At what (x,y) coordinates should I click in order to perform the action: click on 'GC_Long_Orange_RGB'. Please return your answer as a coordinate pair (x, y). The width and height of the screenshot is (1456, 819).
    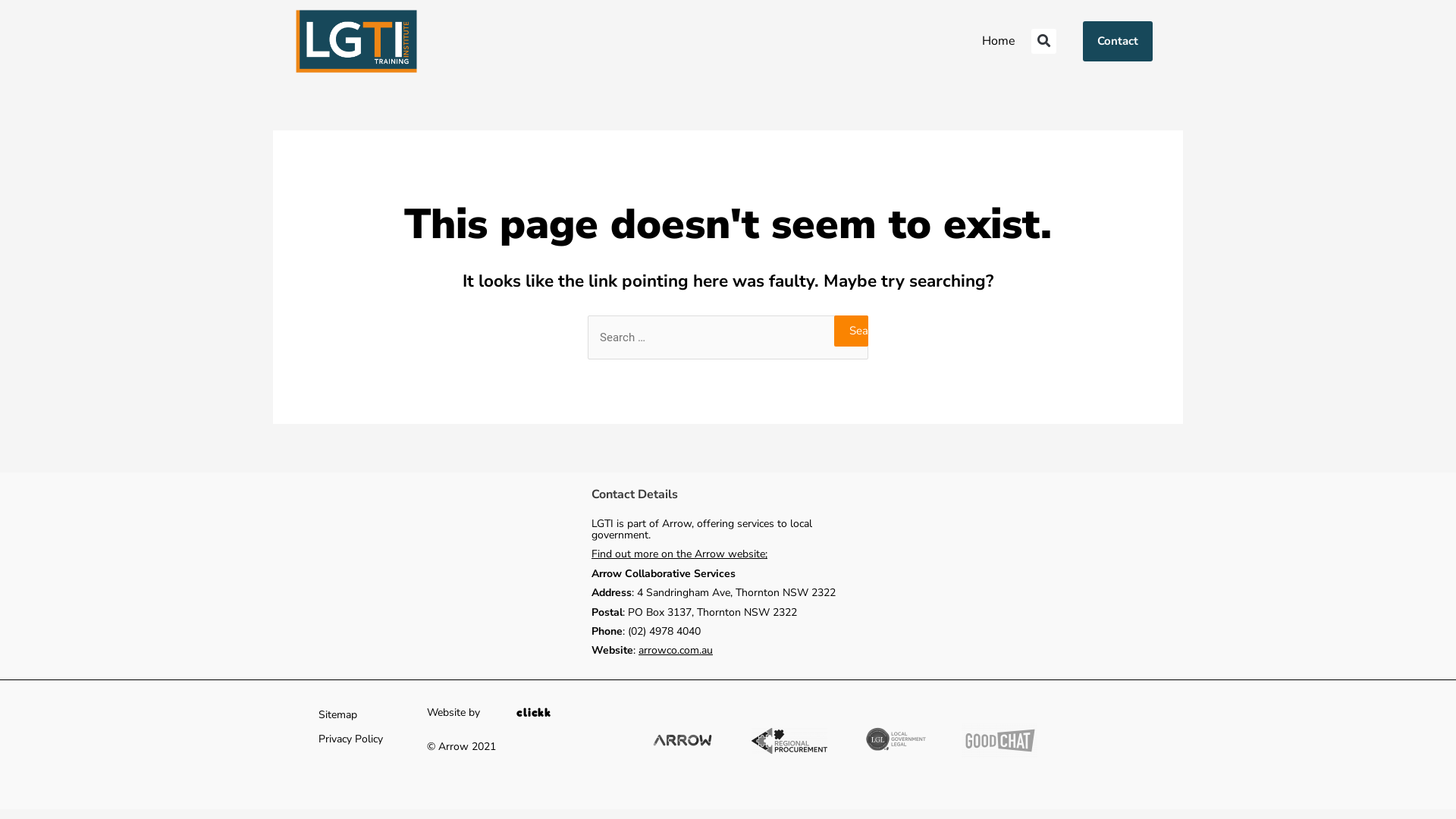
    Looking at the image, I should click on (999, 739).